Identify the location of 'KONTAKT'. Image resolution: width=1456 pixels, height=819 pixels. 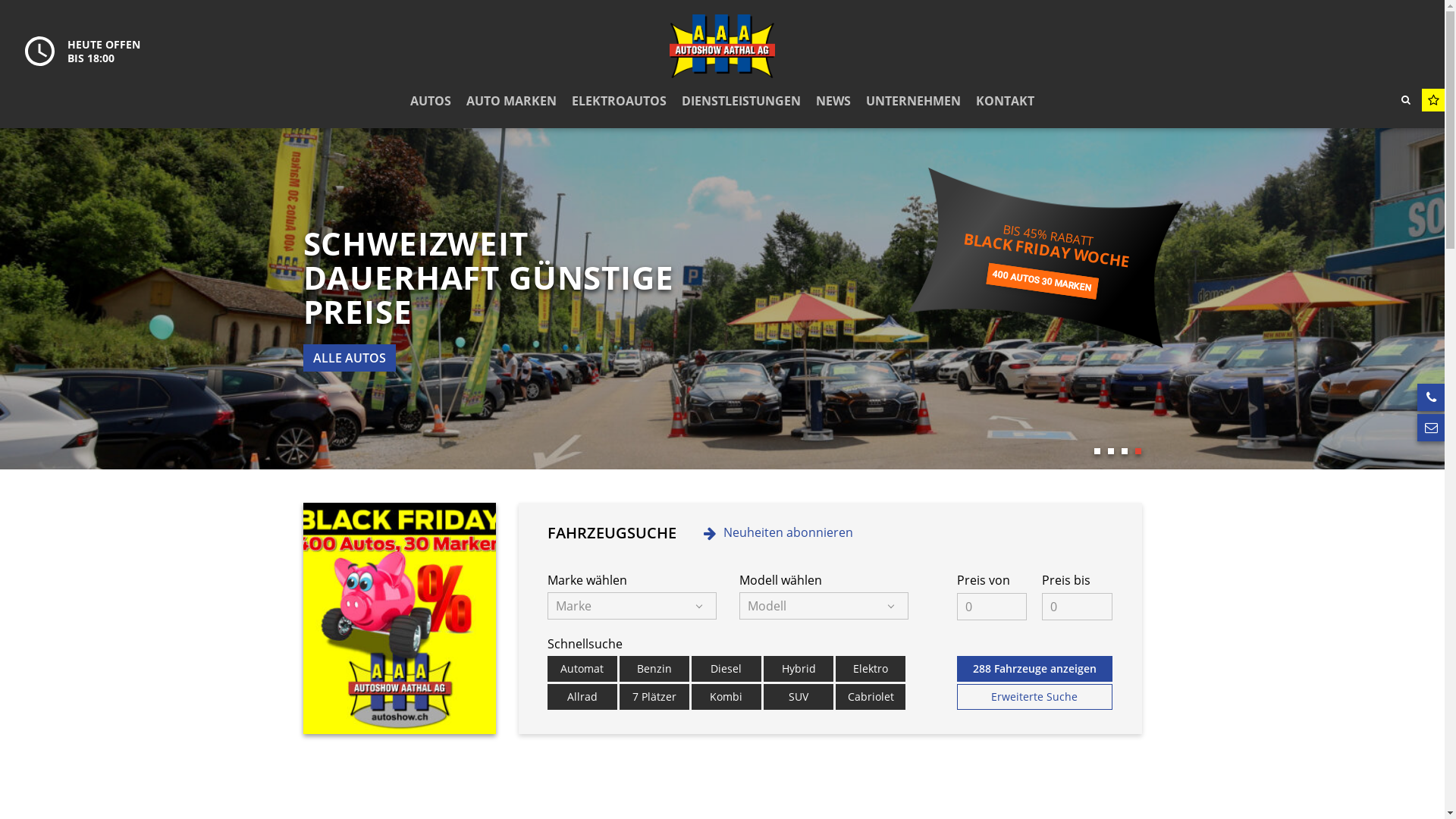
(1005, 101).